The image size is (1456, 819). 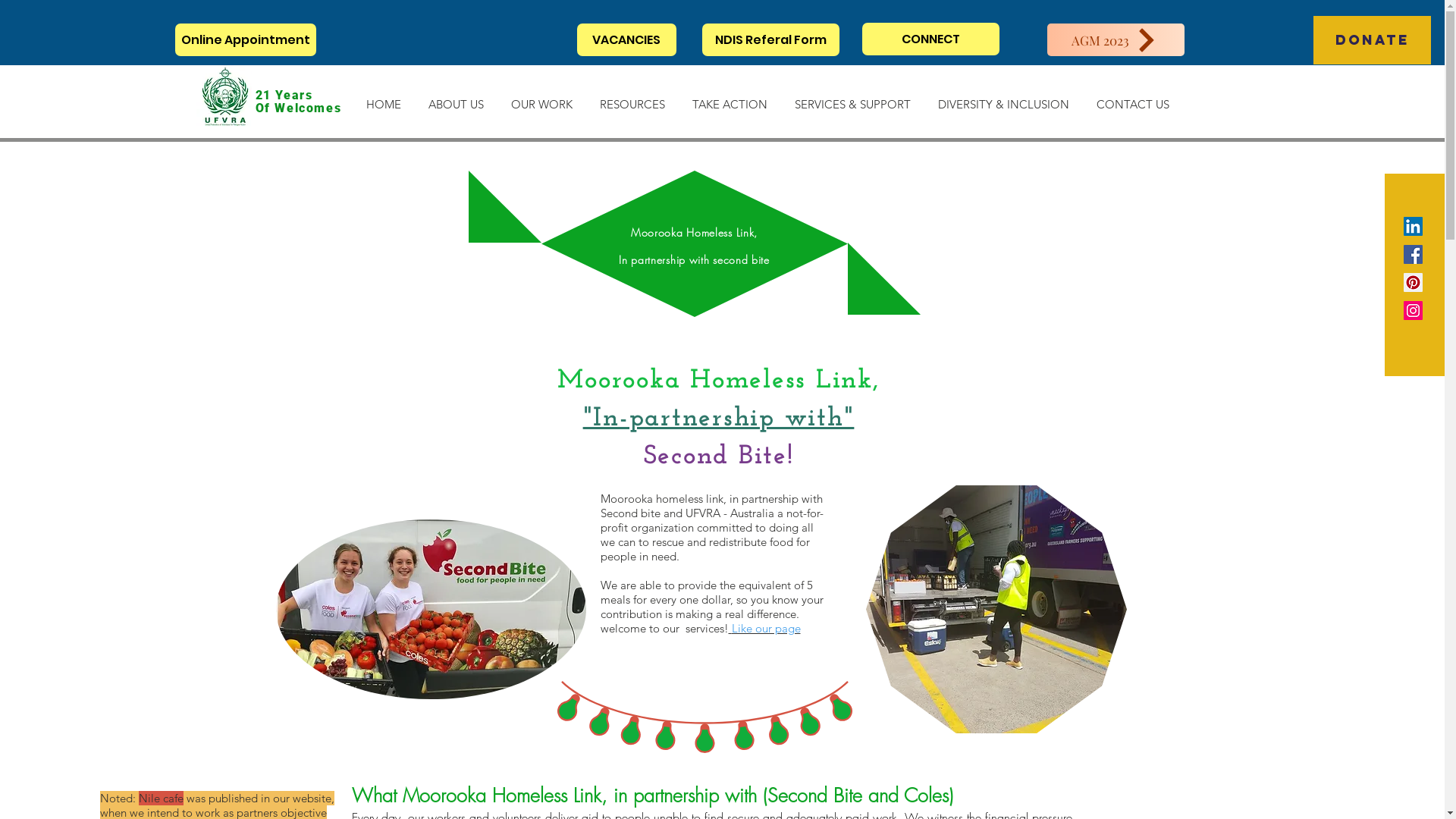 I want to click on 'SERVICES & SUPPORT', so click(x=852, y=97).